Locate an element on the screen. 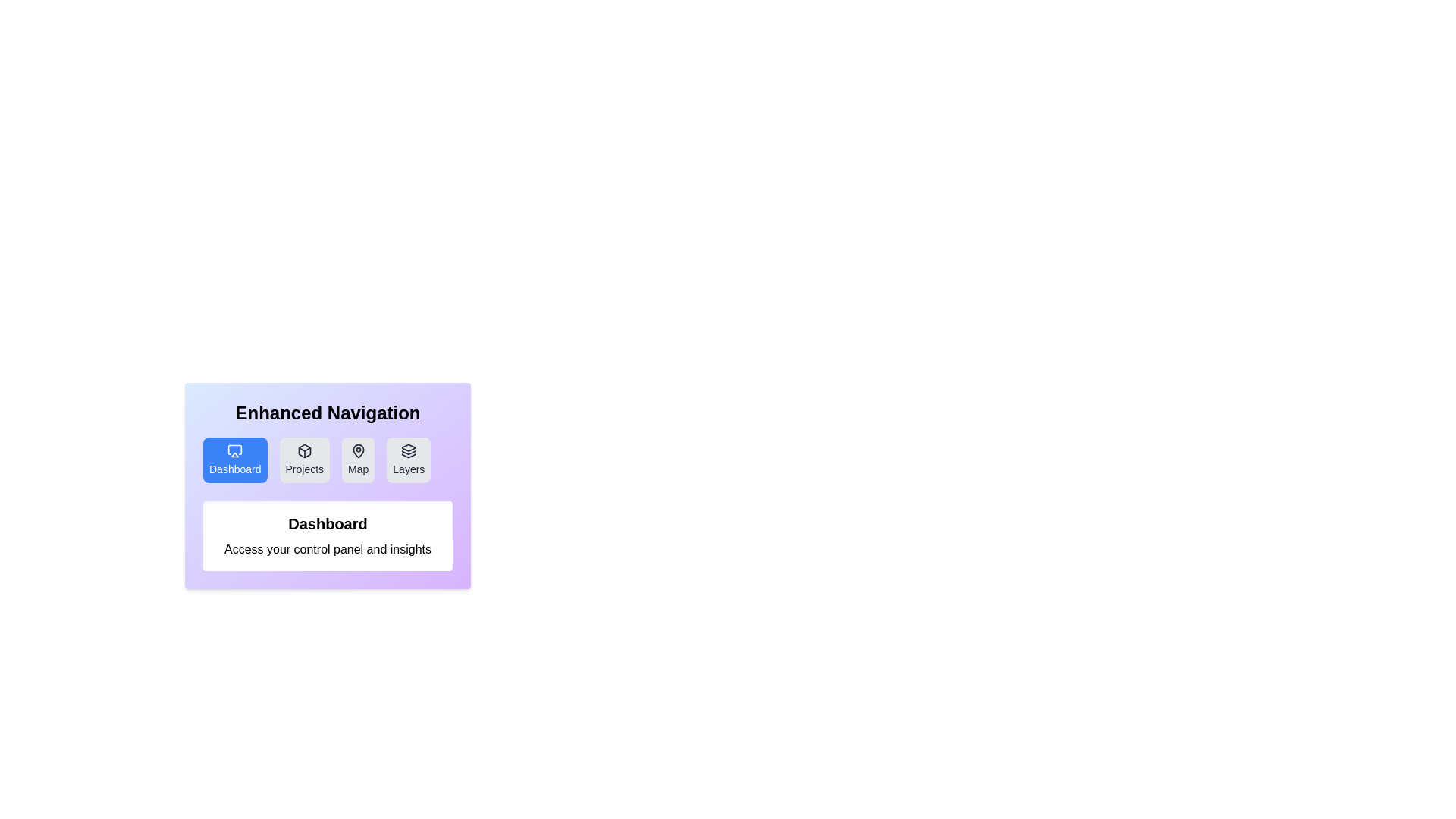  the tab labeled Map to observe its hover effect is located at coordinates (357, 459).